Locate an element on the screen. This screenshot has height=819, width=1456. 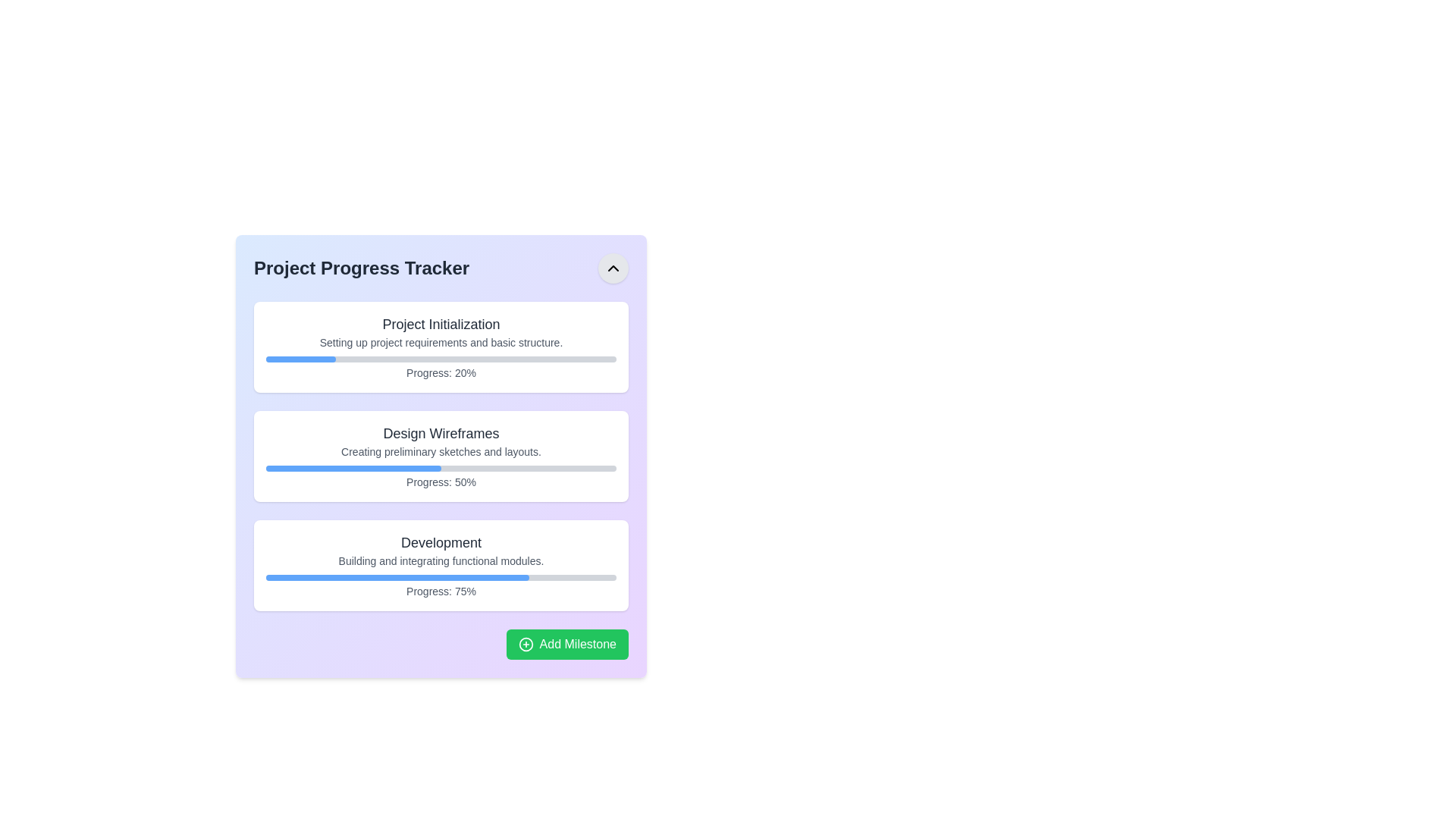
the informational card displaying the 'Design Wireframes' task, which is the second card in the progress tracking list is located at coordinates (440, 455).